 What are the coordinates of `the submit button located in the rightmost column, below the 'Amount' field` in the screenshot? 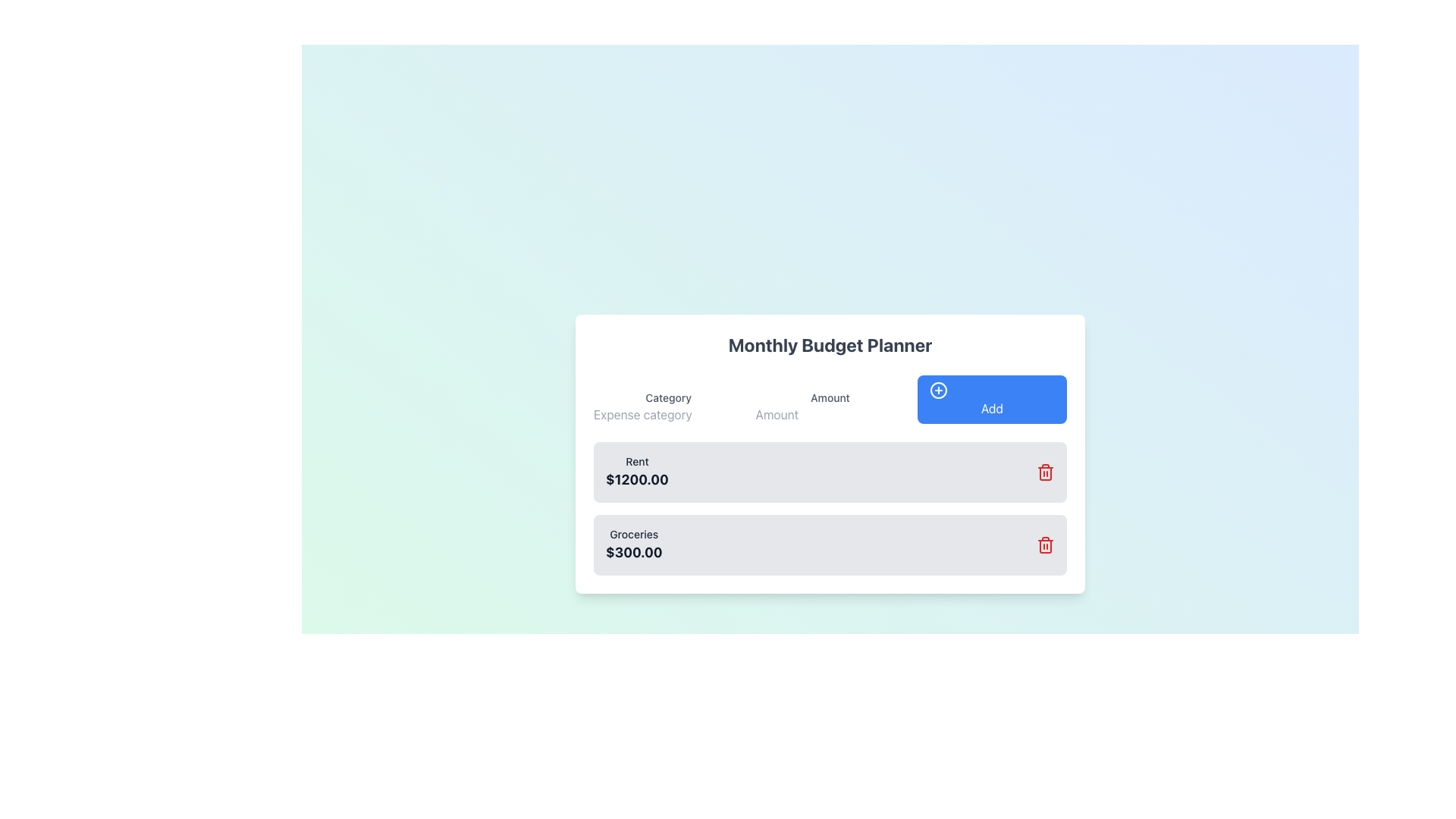 It's located at (992, 399).